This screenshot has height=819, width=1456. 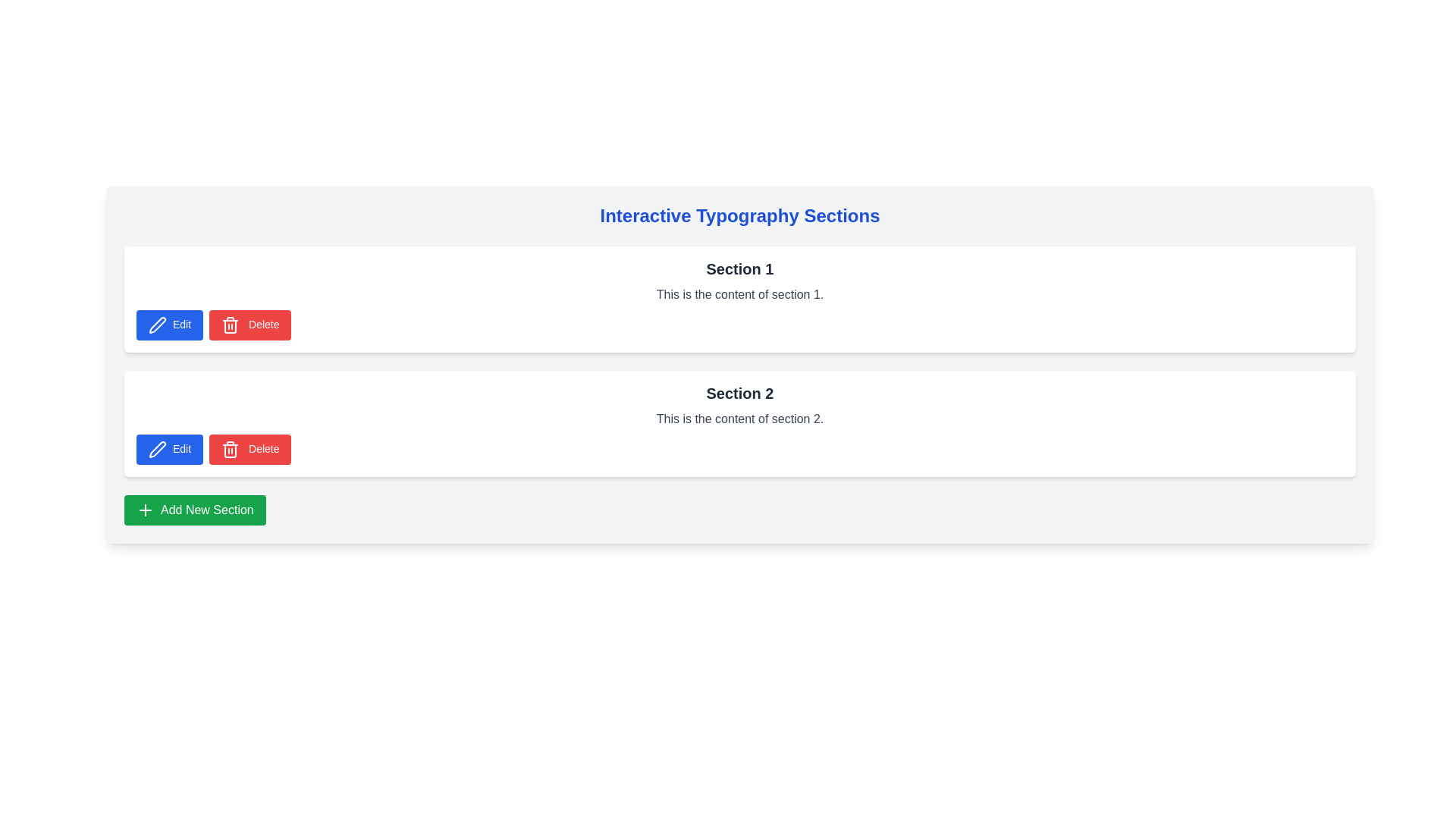 What do you see at coordinates (170, 324) in the screenshot?
I see `the blue rectangular 'Edit' button with a pen icon on the left, located in the first section under 'Interactive Typography Sections' to observe its hover effect` at bounding box center [170, 324].